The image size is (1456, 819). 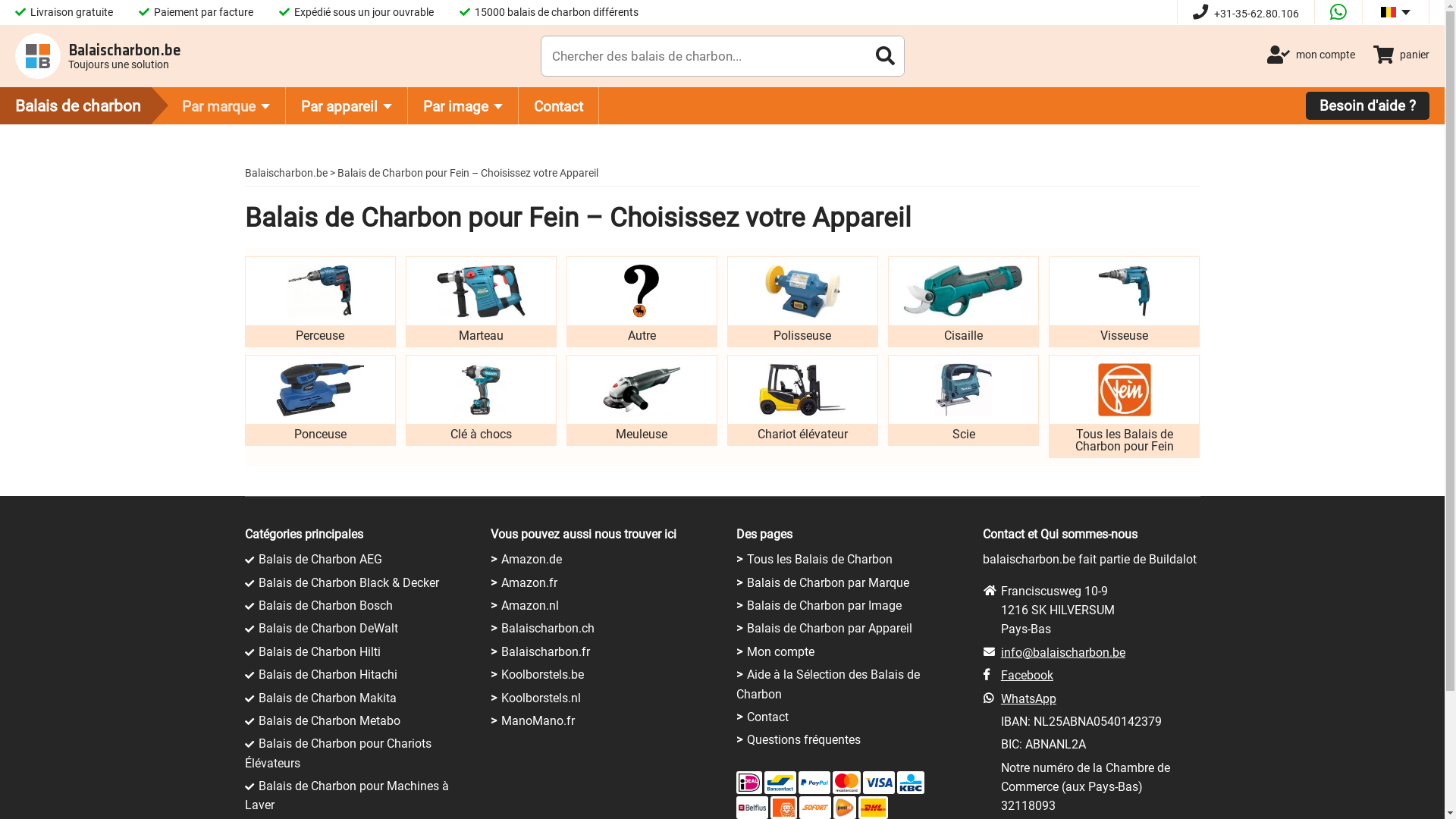 I want to click on 'Marteau', so click(x=405, y=301).